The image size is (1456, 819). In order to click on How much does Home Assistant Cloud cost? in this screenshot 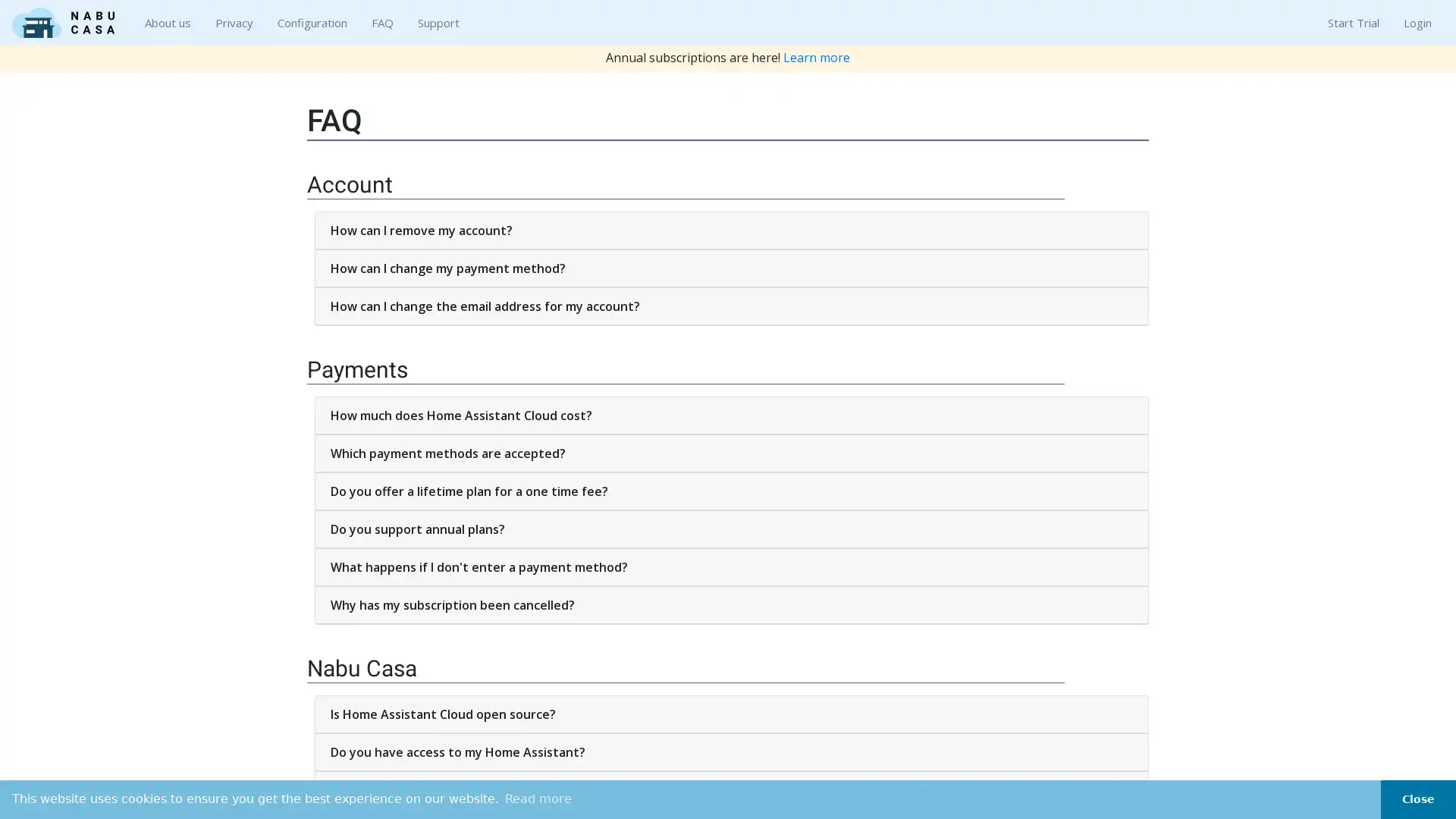, I will do `click(731, 415)`.